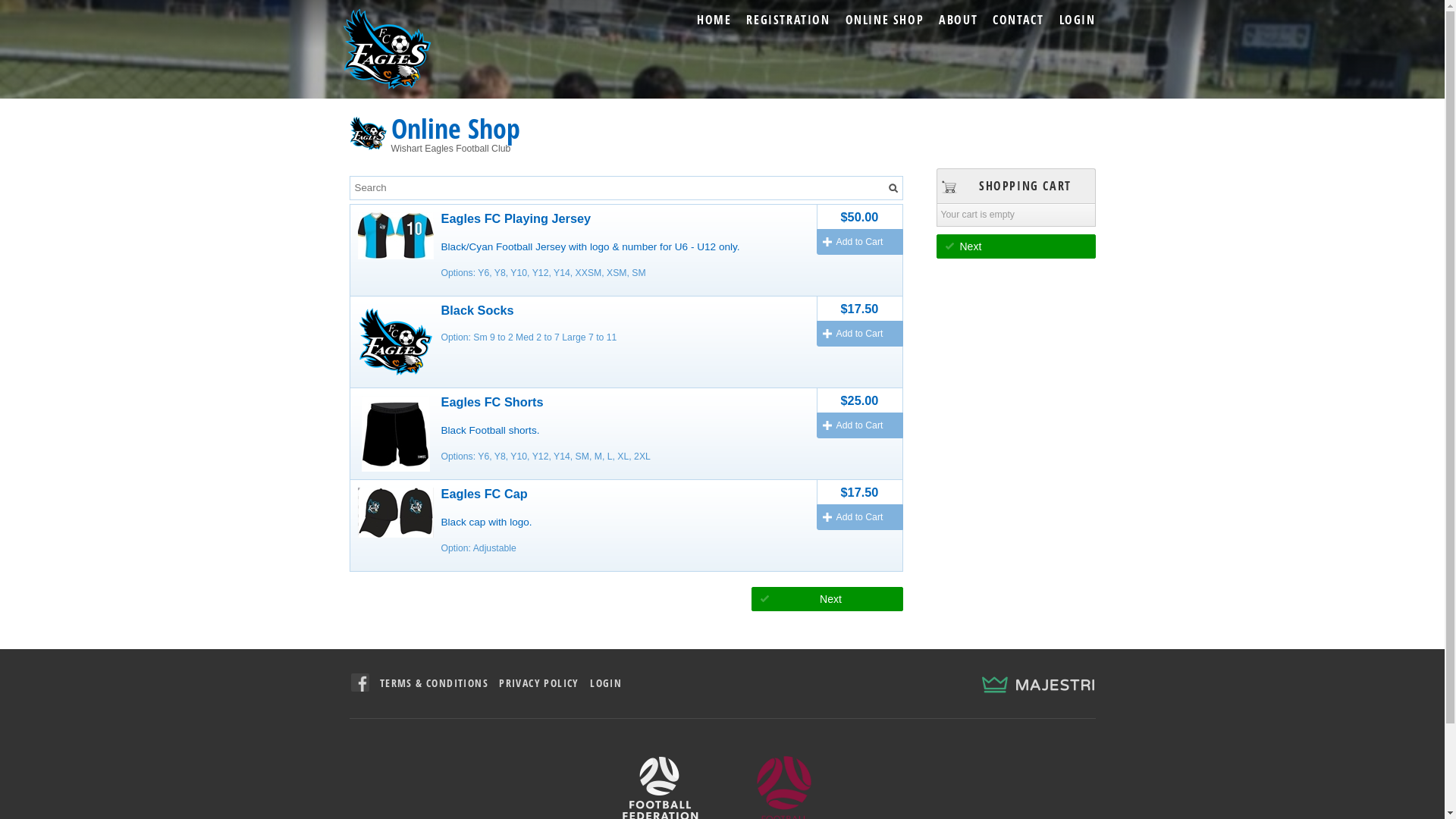 This screenshot has height=819, width=1456. Describe the element at coordinates (604, 682) in the screenshot. I see `'LOGIN'` at that location.